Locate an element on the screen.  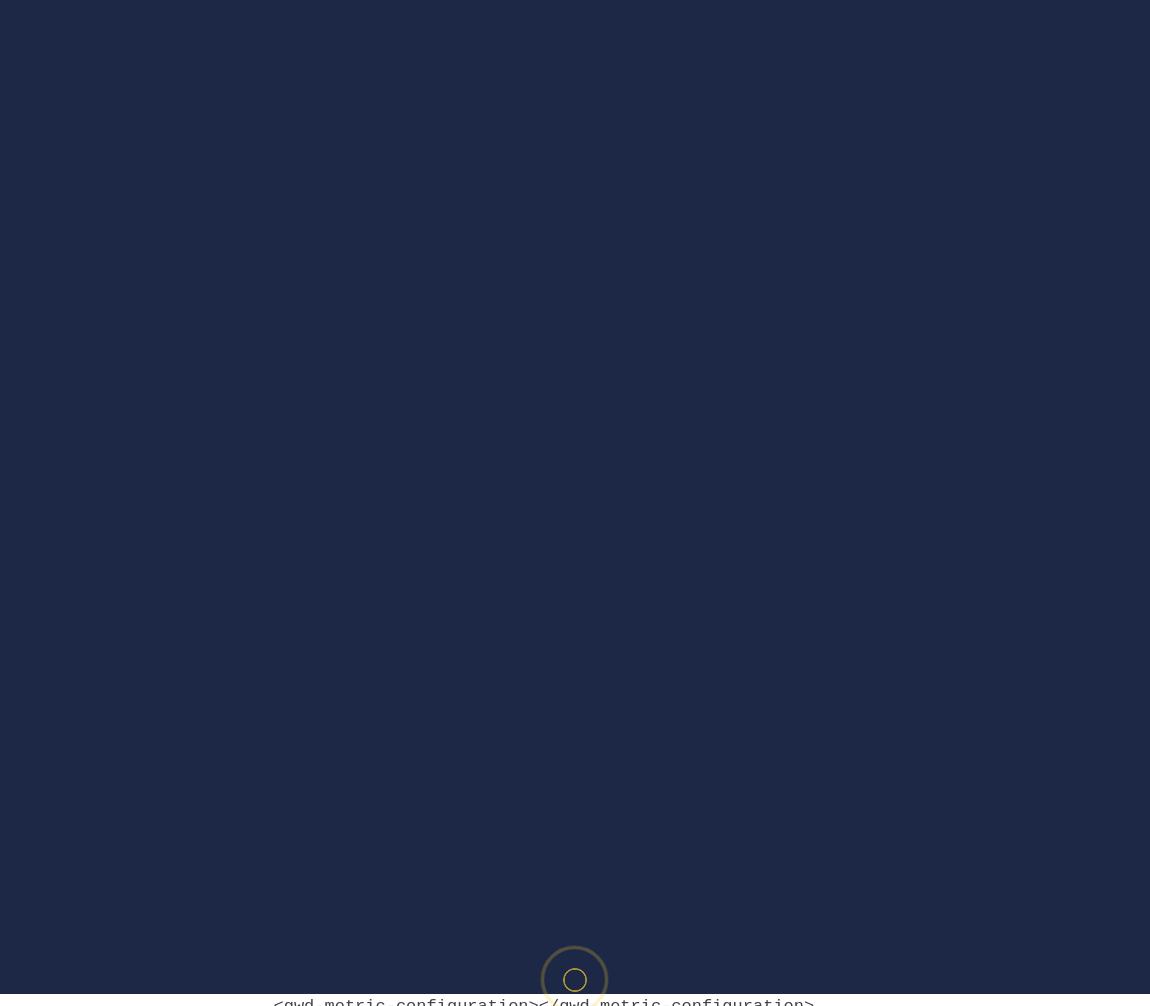
'<script data-source="gwddoubleclick_min.js" data-version="1.8" data-exports-type="gwd-doubleclick" type="text/javascript" src="gwddoubleclick_min.js"></script>' is located at coordinates (548, 700).